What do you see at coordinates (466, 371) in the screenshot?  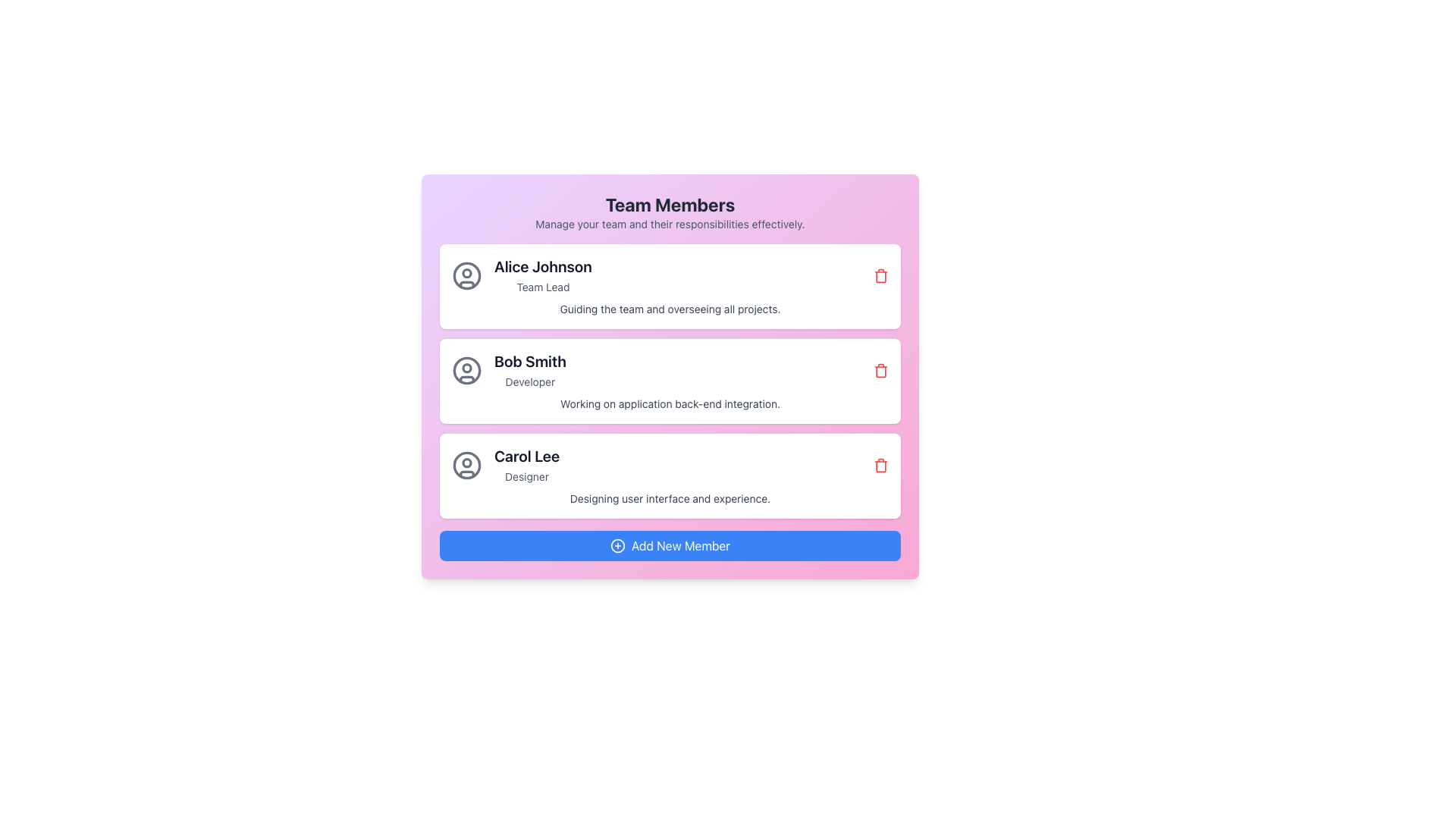 I see `the circular user avatar of 'Bob Smith' that is gray and modern in style, located to the left of the text label in the user list` at bounding box center [466, 371].